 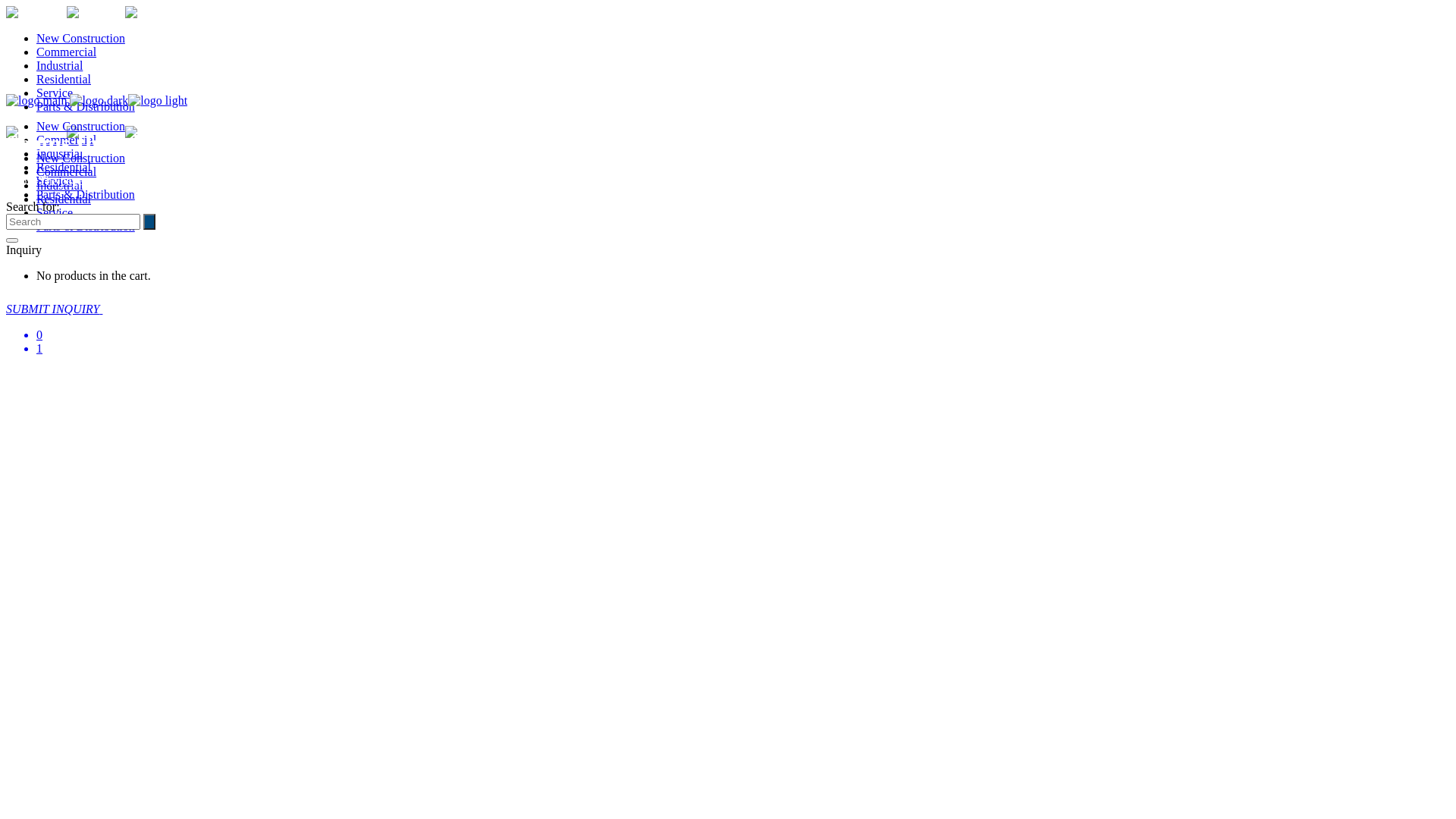 What do you see at coordinates (62, 308) in the screenshot?
I see `'SUBMIT INQUIRY'` at bounding box center [62, 308].